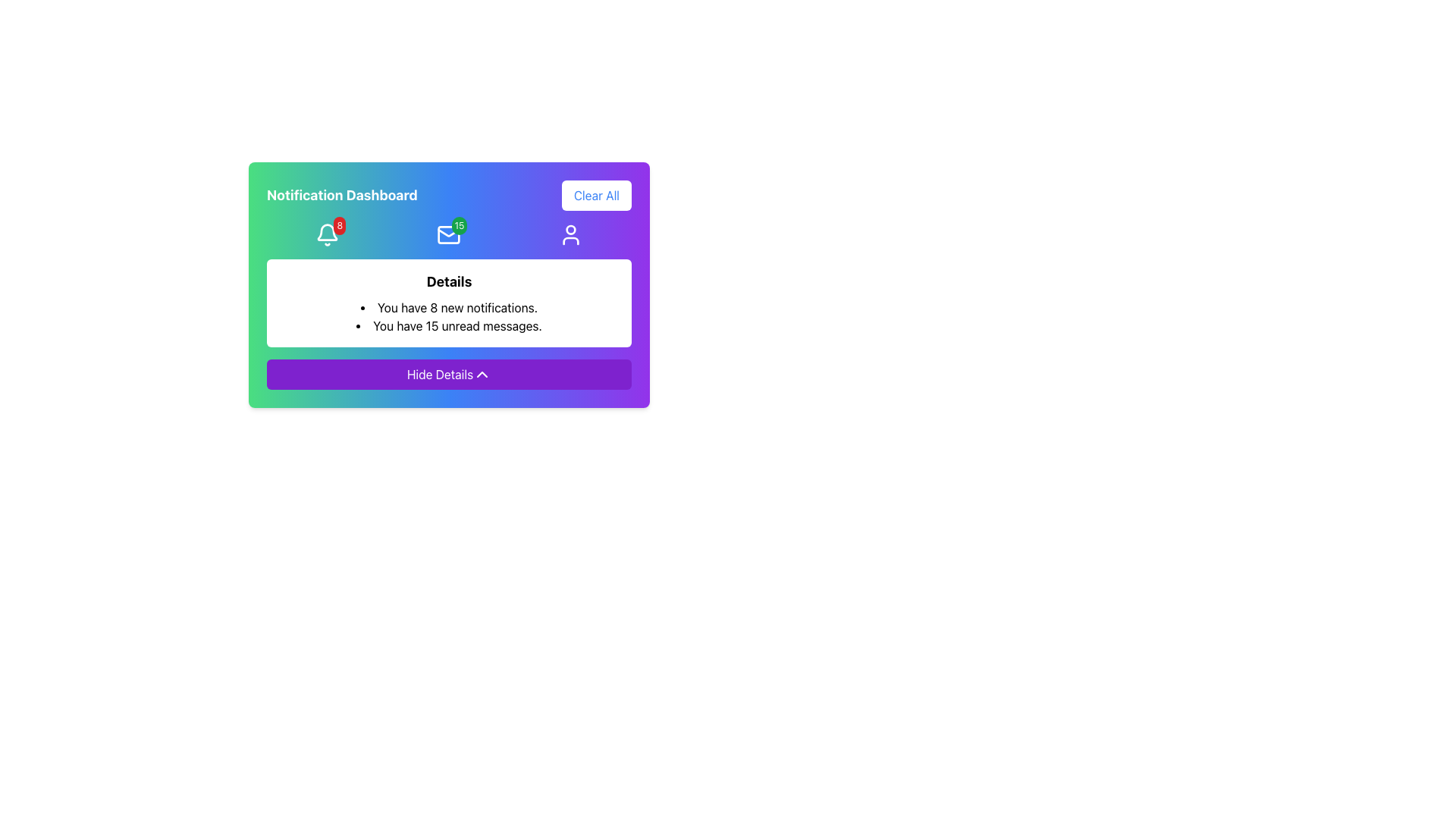  I want to click on the rectangular SVG shape with curved corners located inside the envelope icon in the upper section of the main notification dashboard, so click(448, 234).